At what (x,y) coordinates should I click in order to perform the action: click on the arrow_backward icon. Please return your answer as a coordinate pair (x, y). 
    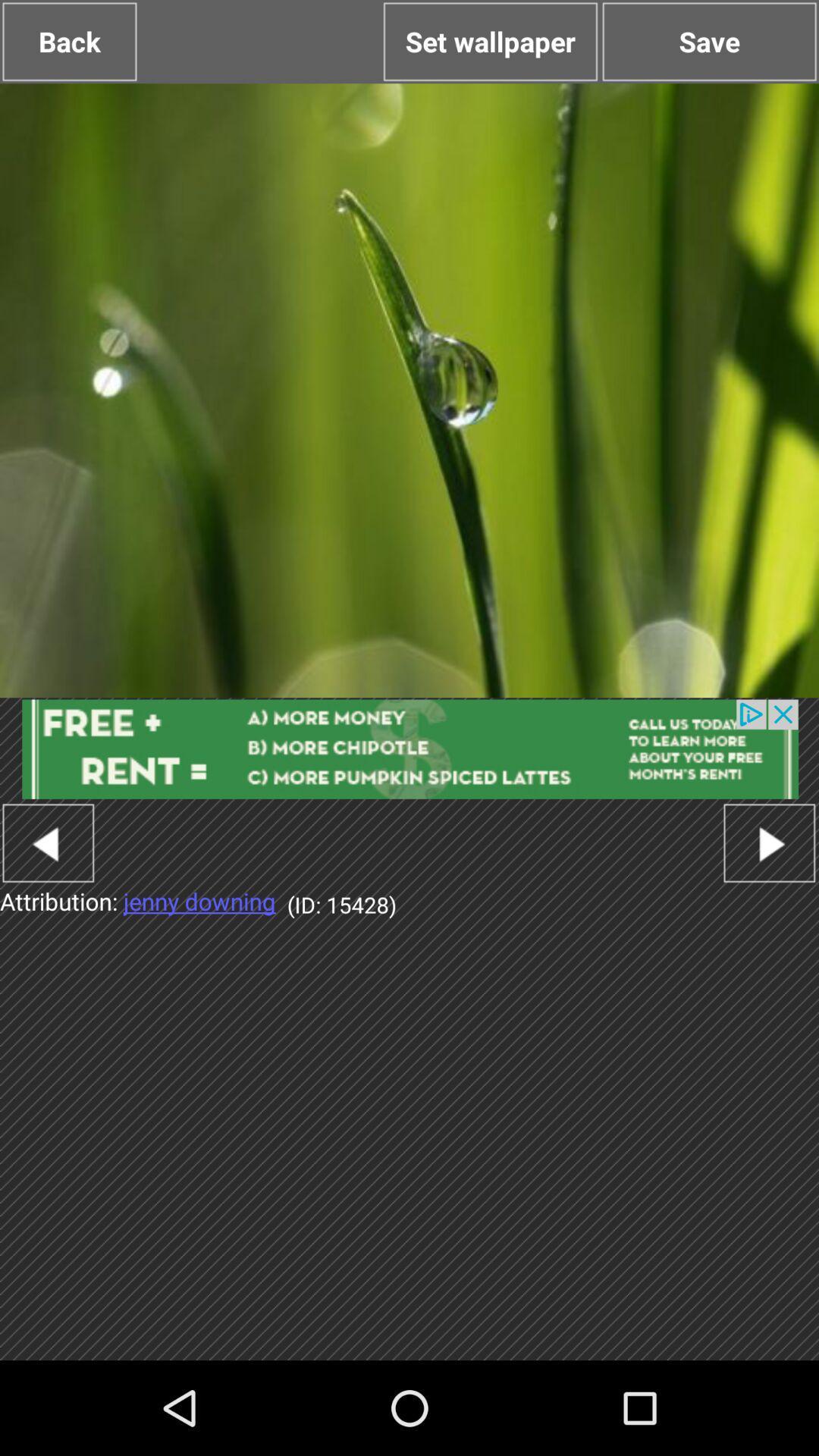
    Looking at the image, I should click on (47, 902).